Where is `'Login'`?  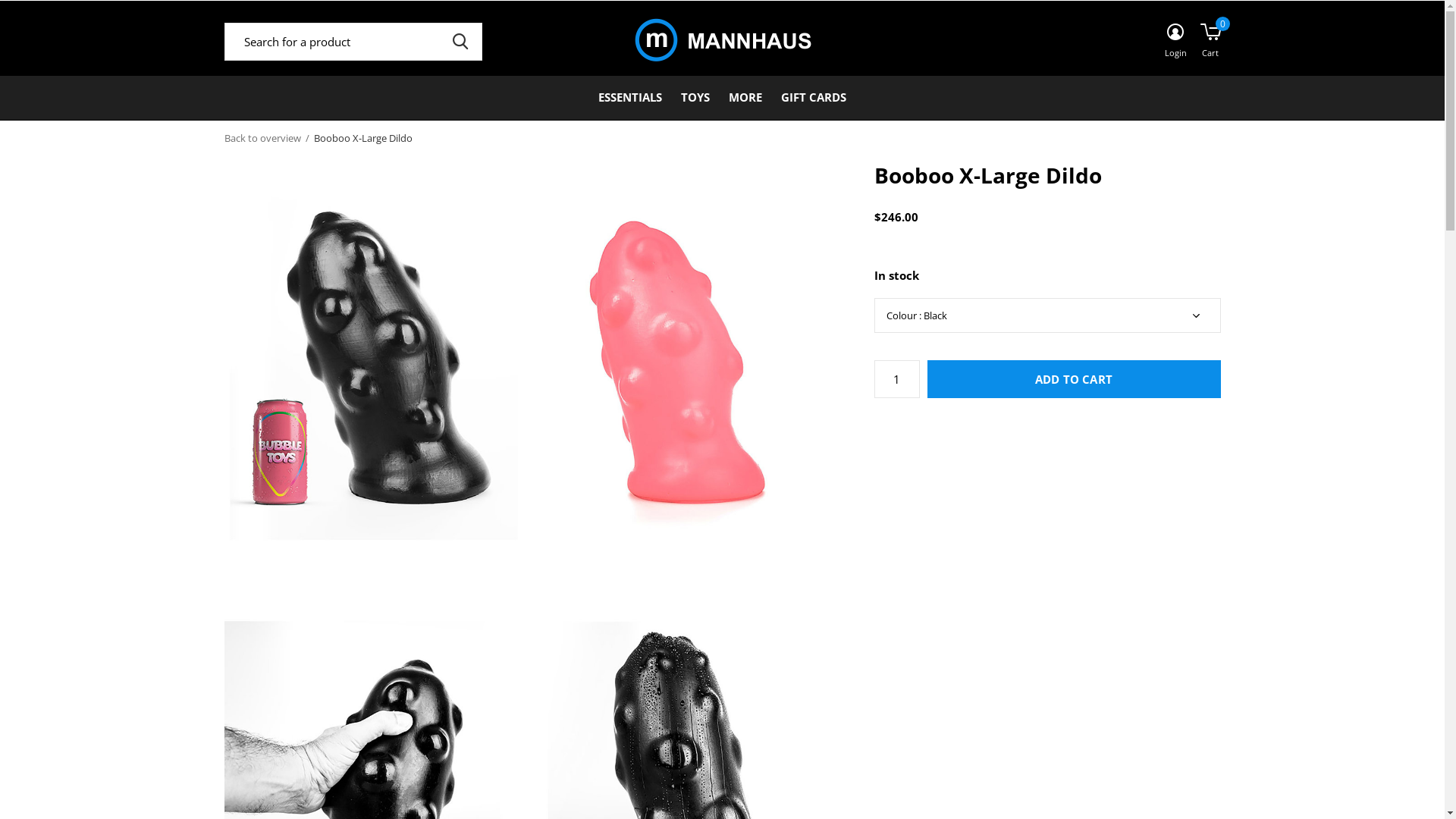
'Login' is located at coordinates (1175, 42).